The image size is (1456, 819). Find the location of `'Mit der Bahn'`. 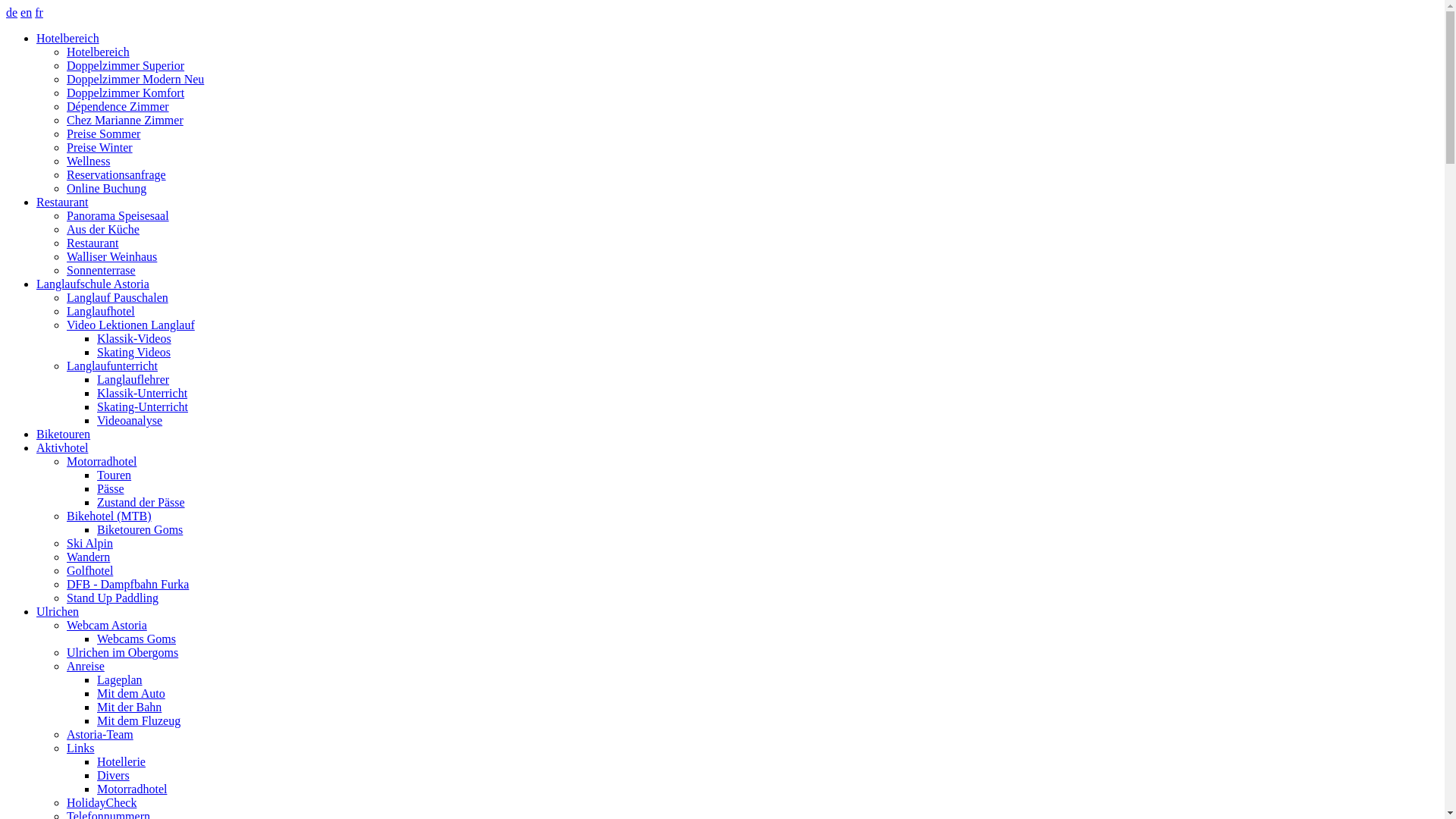

'Mit der Bahn' is located at coordinates (129, 707).